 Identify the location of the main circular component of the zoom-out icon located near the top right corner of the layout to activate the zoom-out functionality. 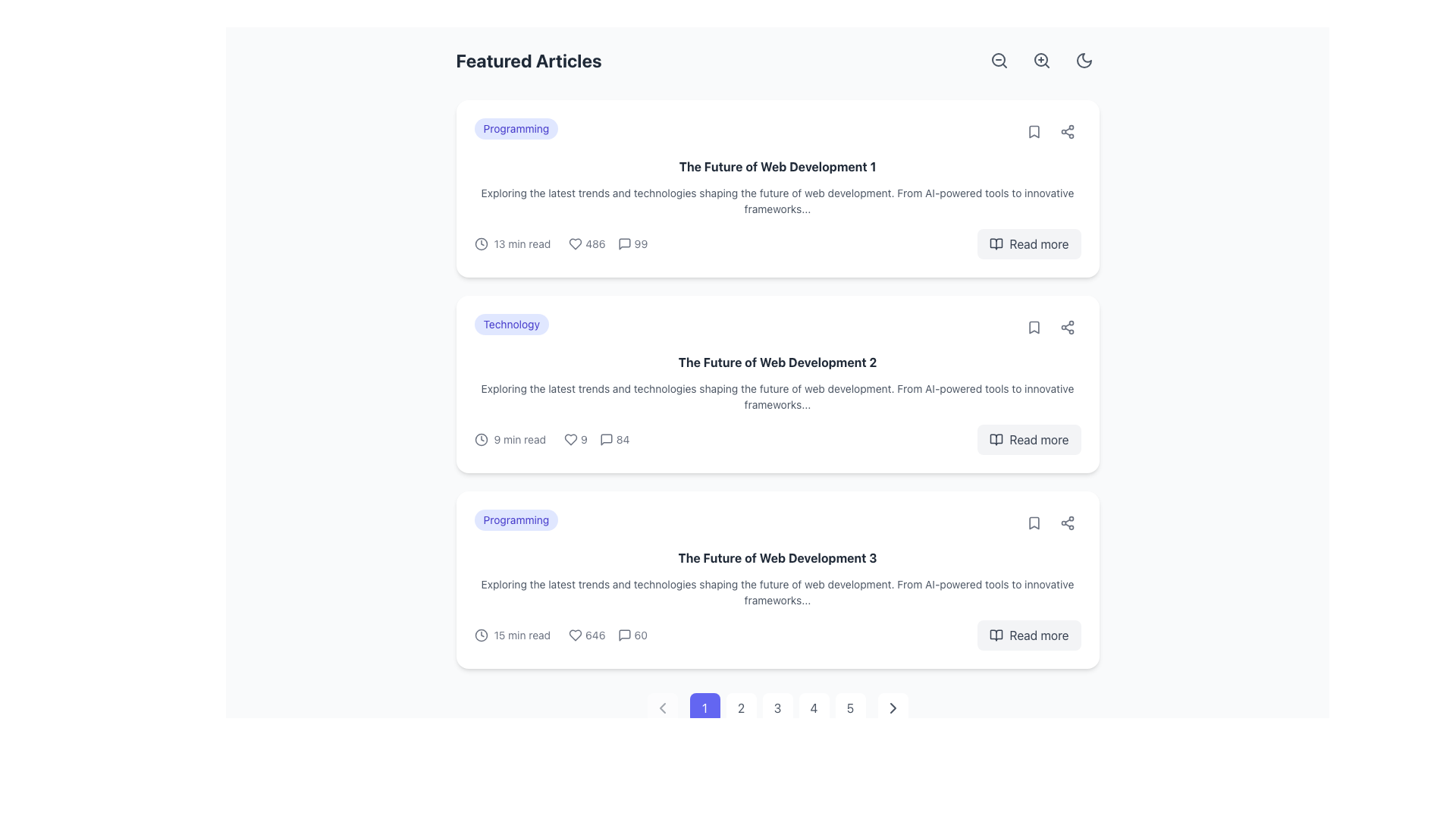
(998, 58).